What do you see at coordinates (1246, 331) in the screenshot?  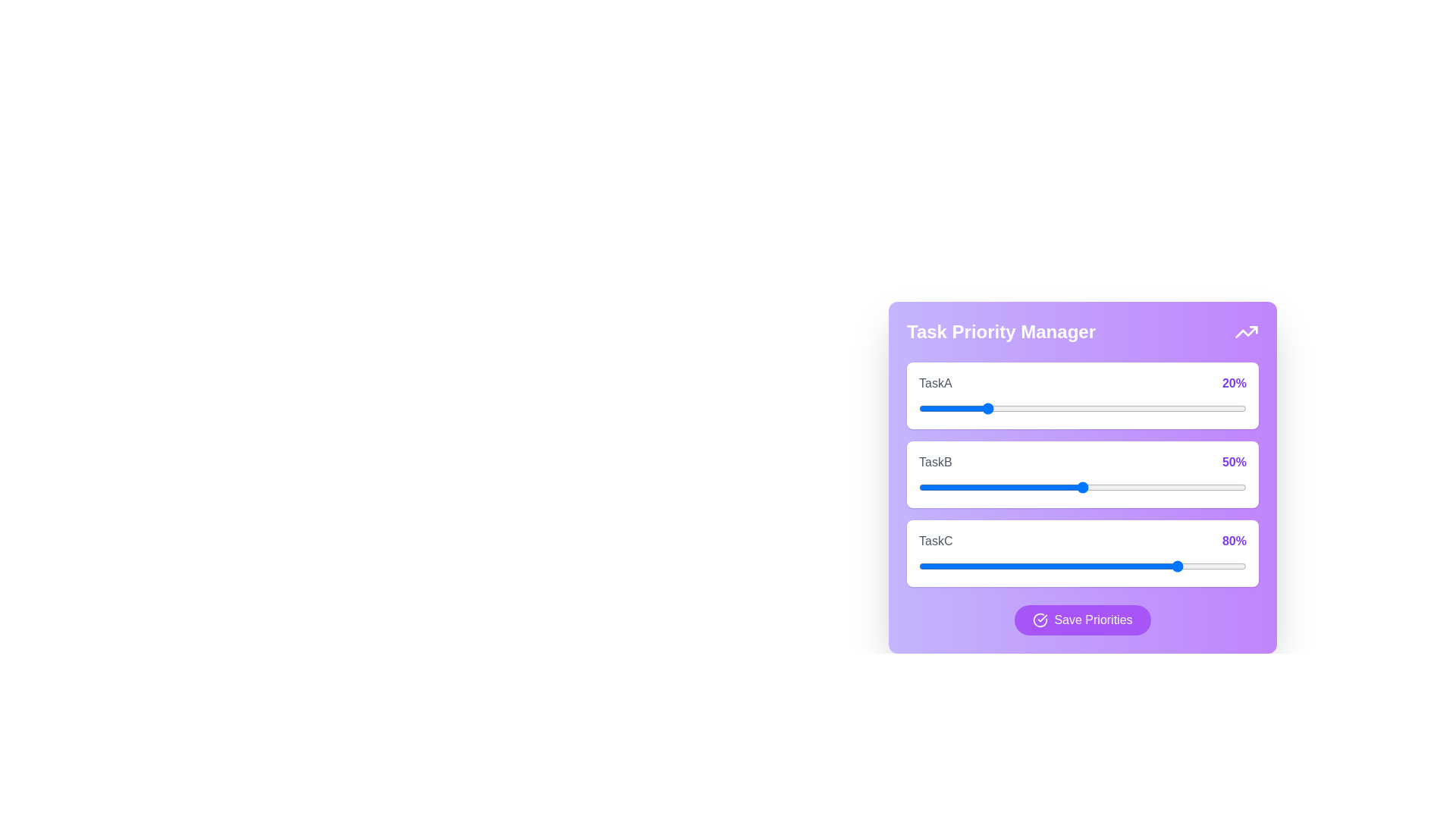 I see `the 'TrendingUp' icon in the header to inspect its functionality` at bounding box center [1246, 331].